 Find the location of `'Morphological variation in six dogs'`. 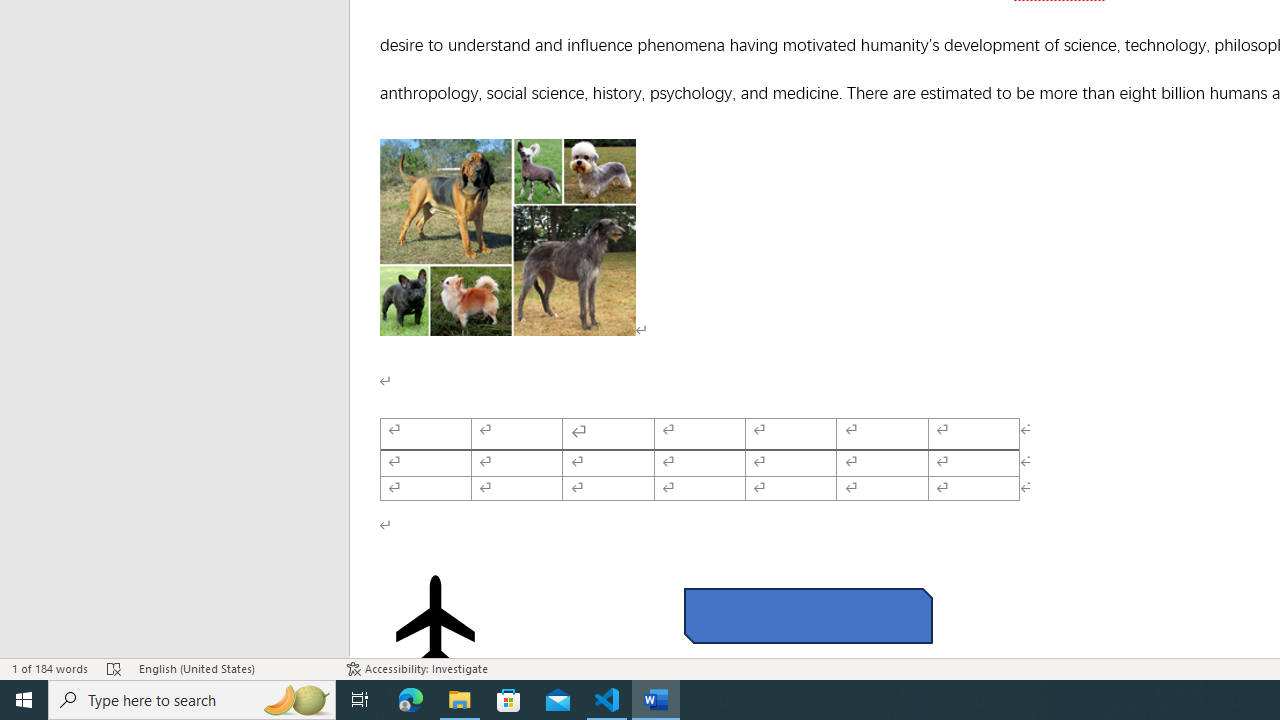

'Morphological variation in six dogs' is located at coordinates (508, 236).